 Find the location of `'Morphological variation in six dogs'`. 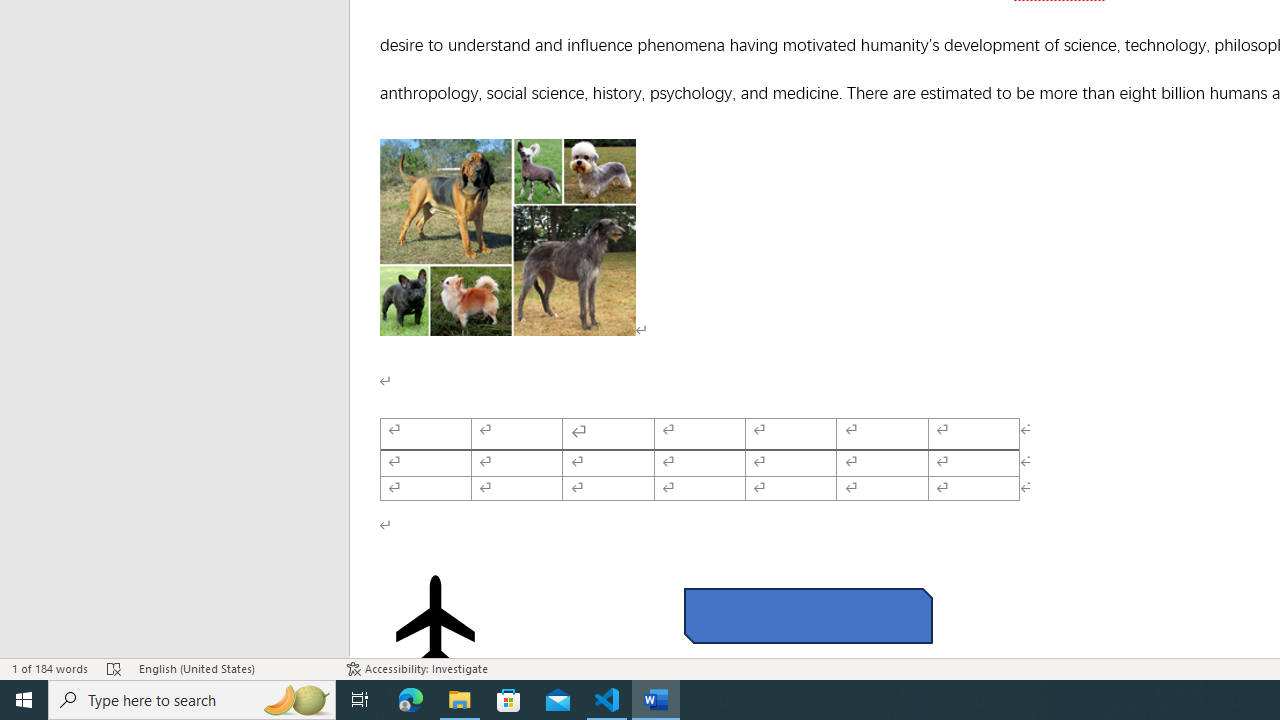

'Morphological variation in six dogs' is located at coordinates (508, 236).